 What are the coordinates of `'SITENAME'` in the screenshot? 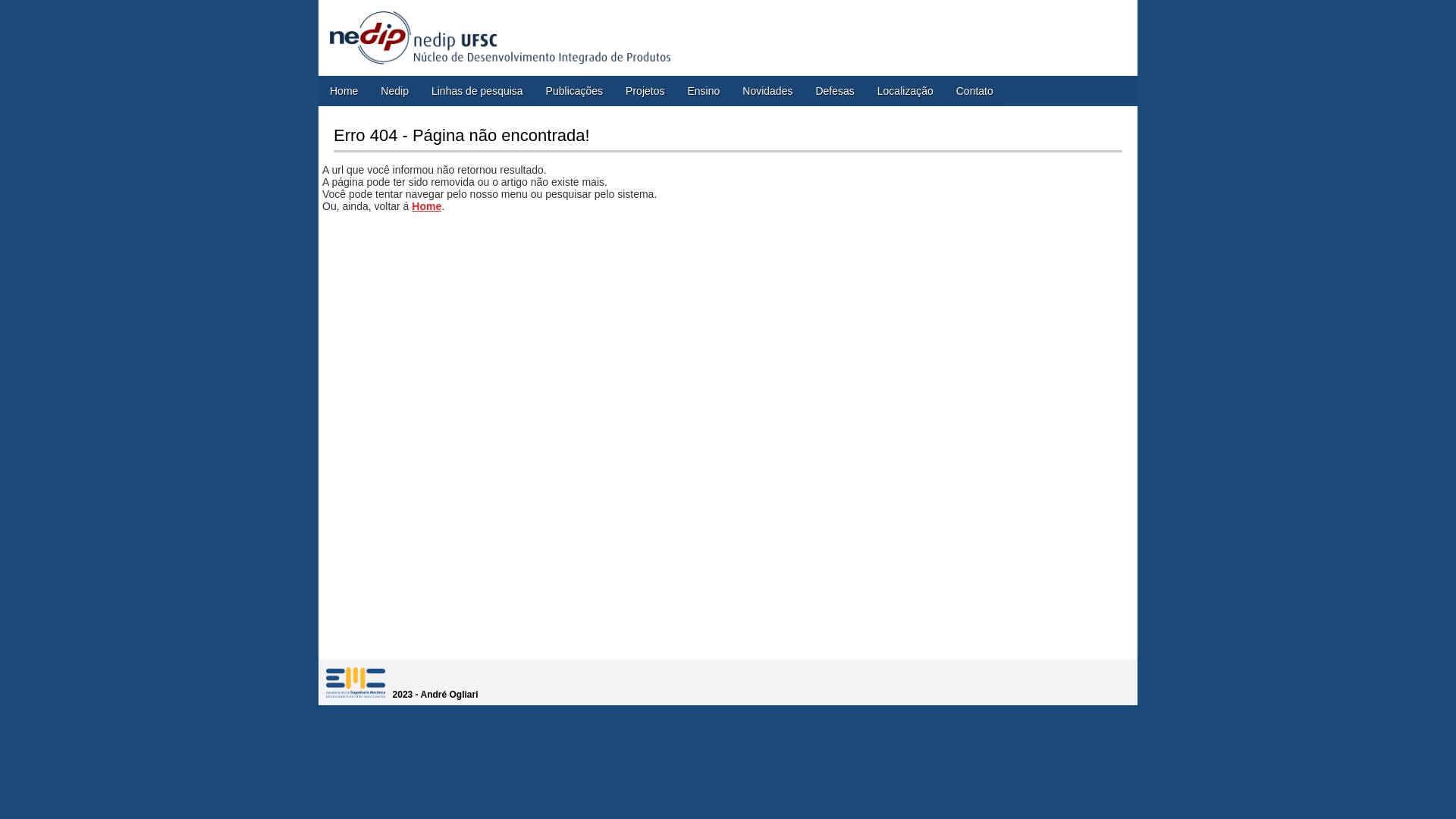 It's located at (355, 681).